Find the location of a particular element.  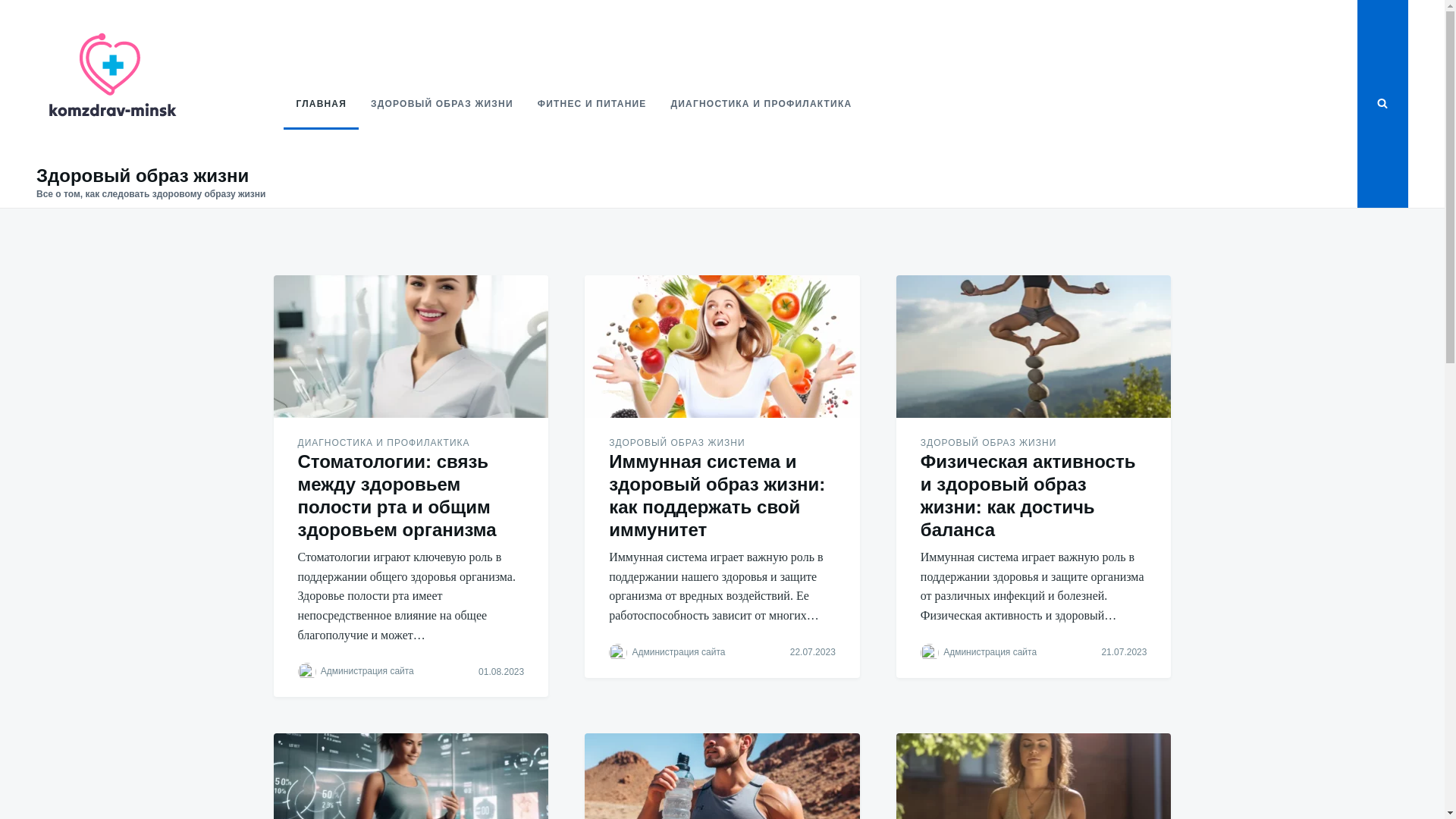

'21.07.2023' is located at coordinates (1124, 651).